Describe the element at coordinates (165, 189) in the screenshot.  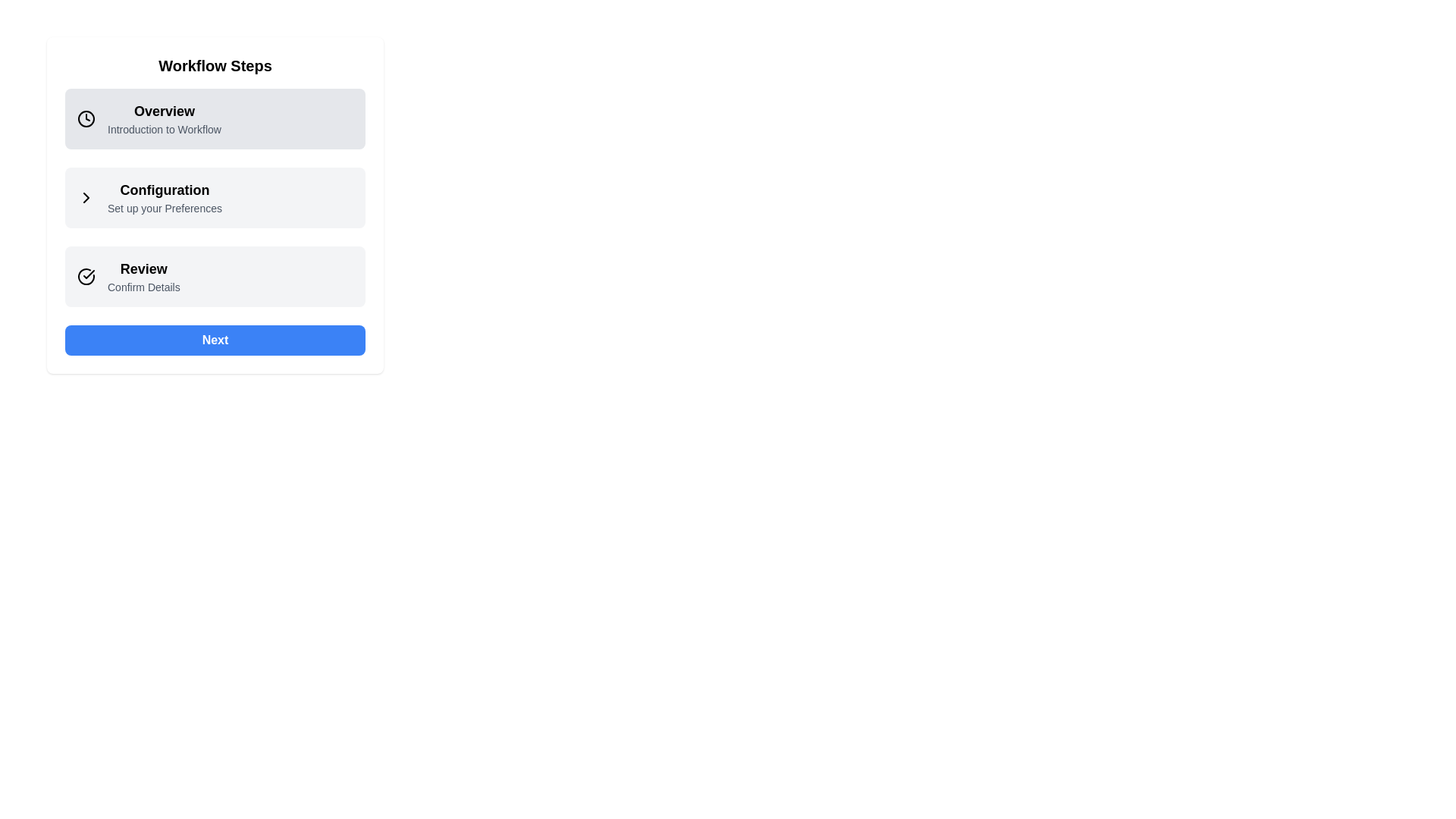
I see `text of the 'Configuration' label, which is a bold, black text label located in the second workflow step box, above the 'Set up your Preferences' description` at that location.